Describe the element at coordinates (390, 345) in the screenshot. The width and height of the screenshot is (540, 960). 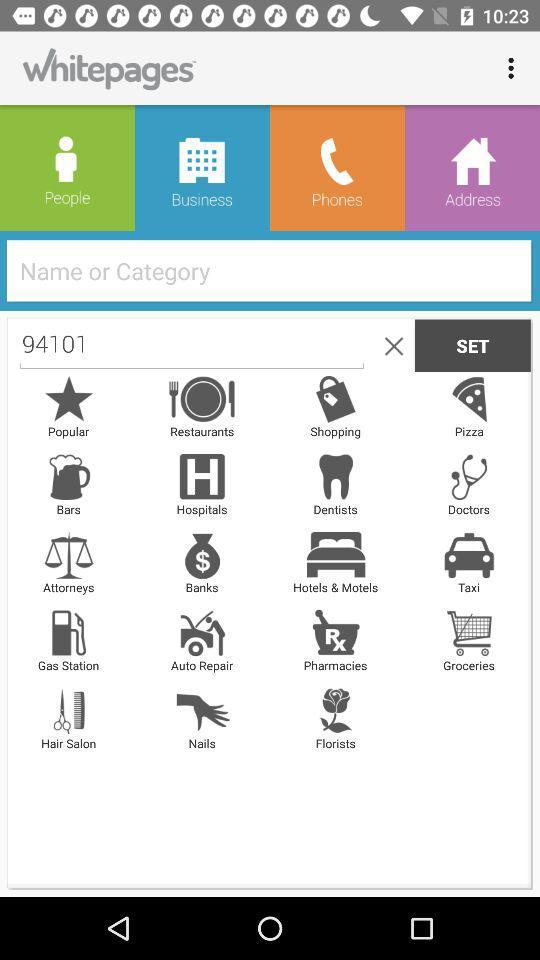
I see `the item to the right of 94101 icon` at that location.